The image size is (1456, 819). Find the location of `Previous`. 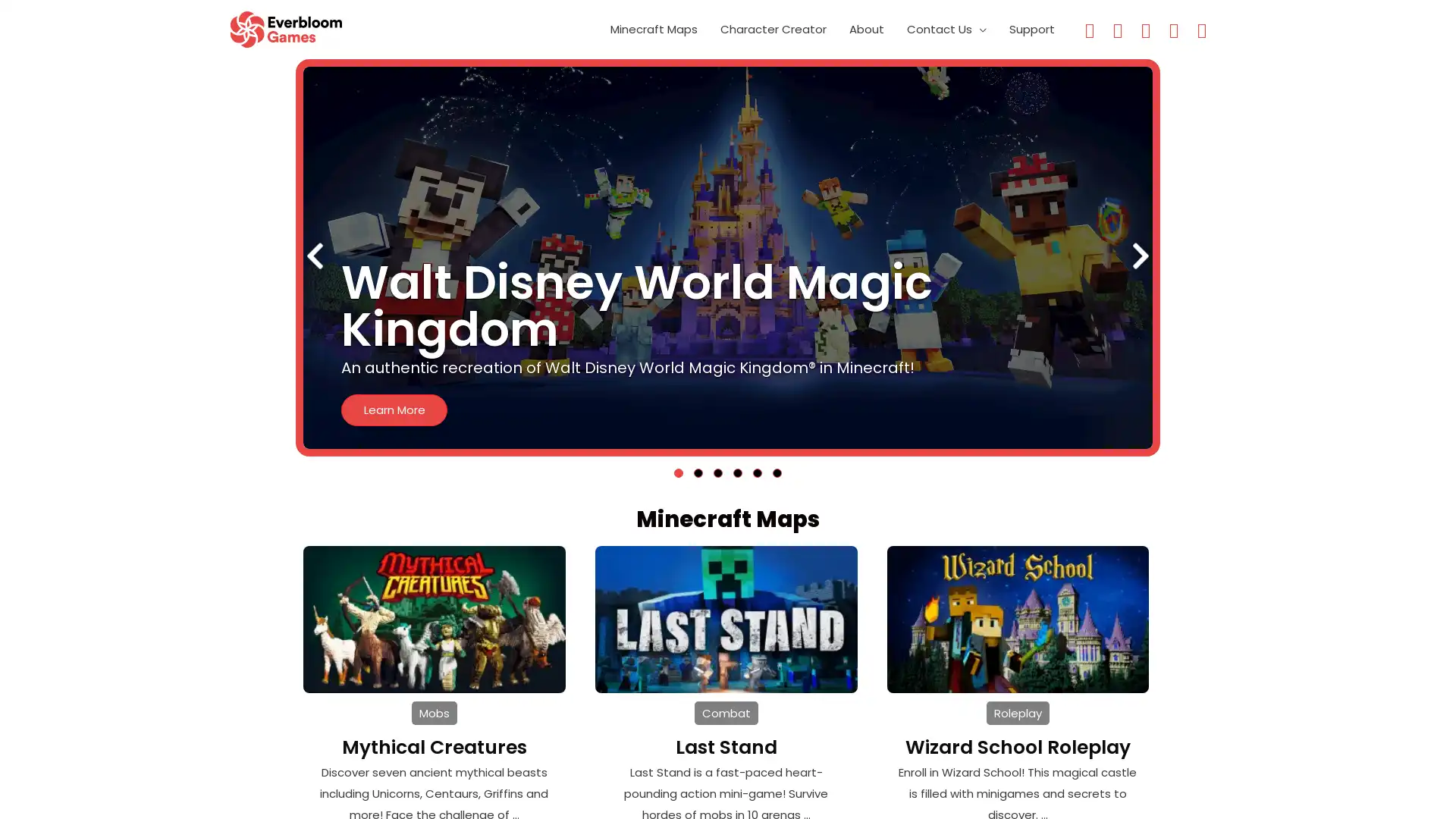

Previous is located at coordinates (313, 258).